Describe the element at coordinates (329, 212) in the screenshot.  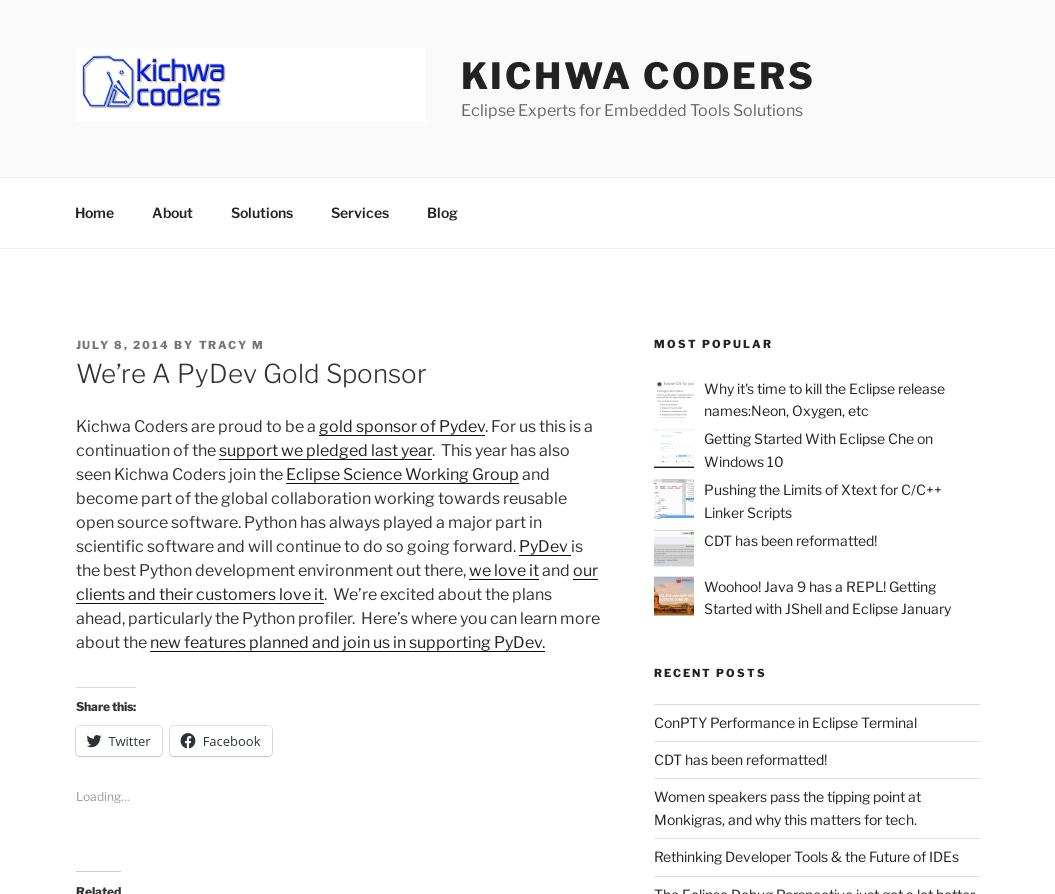
I see `'Services'` at that location.